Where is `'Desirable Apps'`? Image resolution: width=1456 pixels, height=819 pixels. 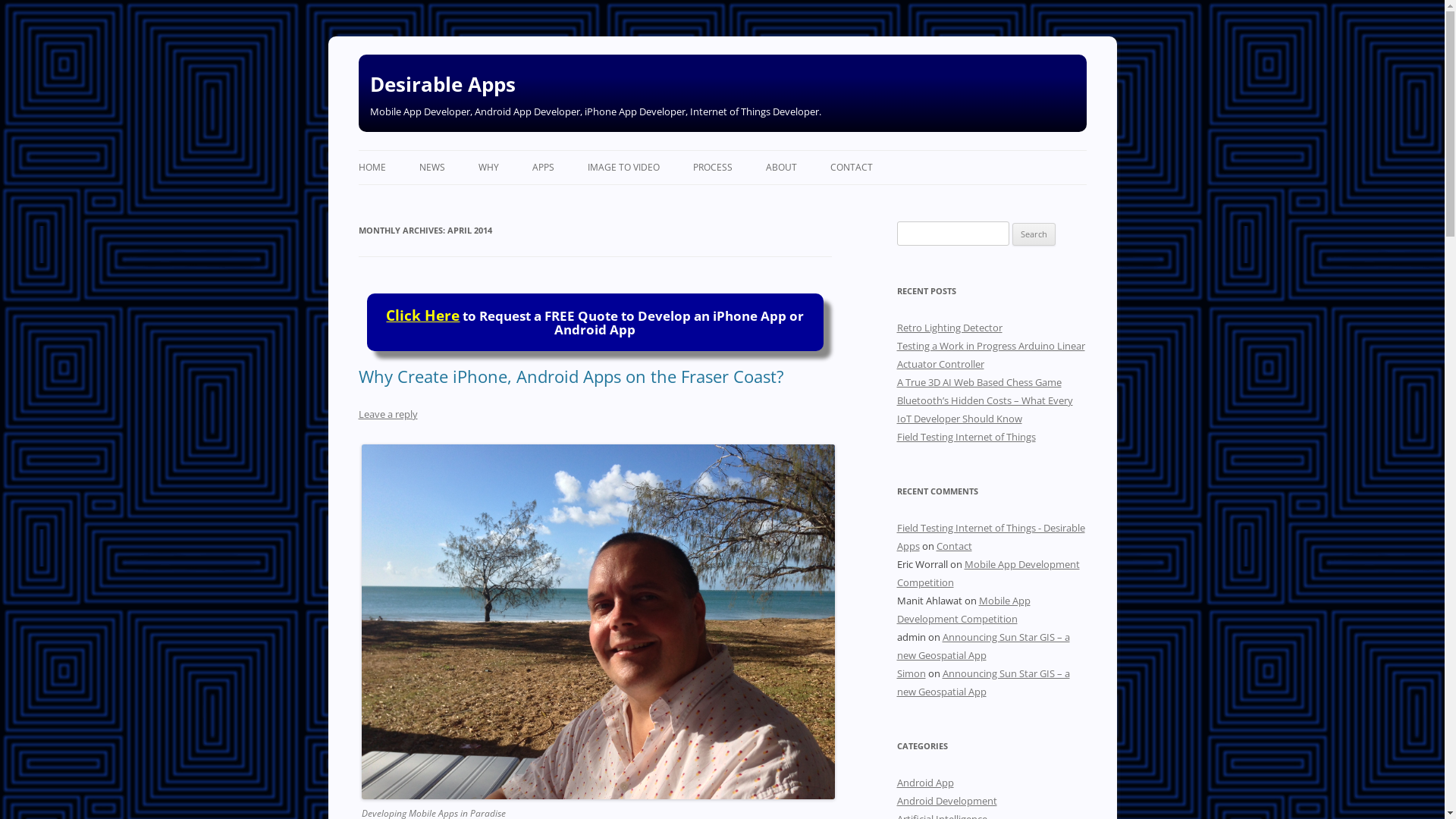 'Desirable Apps' is located at coordinates (442, 84).